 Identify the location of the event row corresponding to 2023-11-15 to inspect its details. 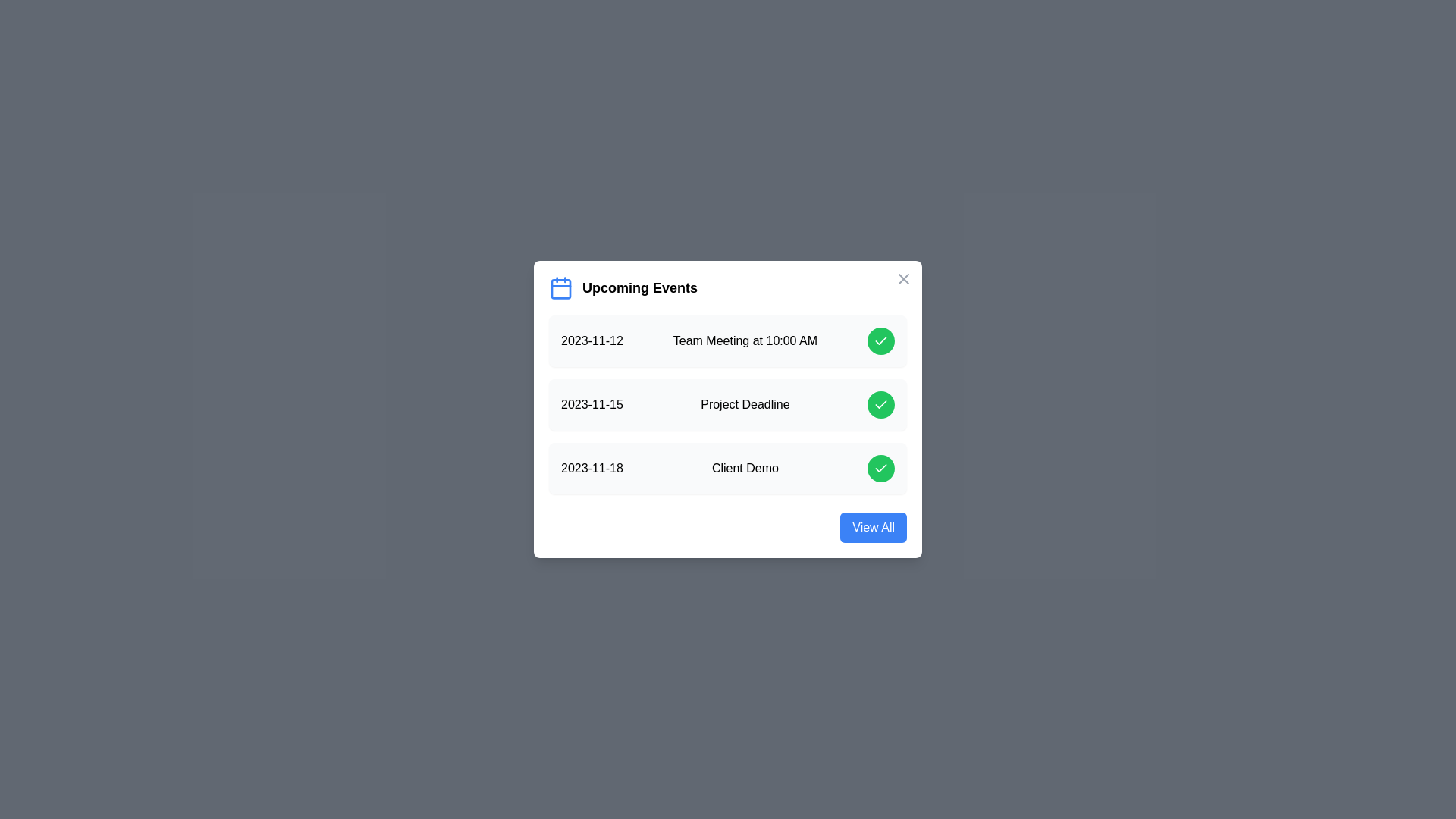
(728, 403).